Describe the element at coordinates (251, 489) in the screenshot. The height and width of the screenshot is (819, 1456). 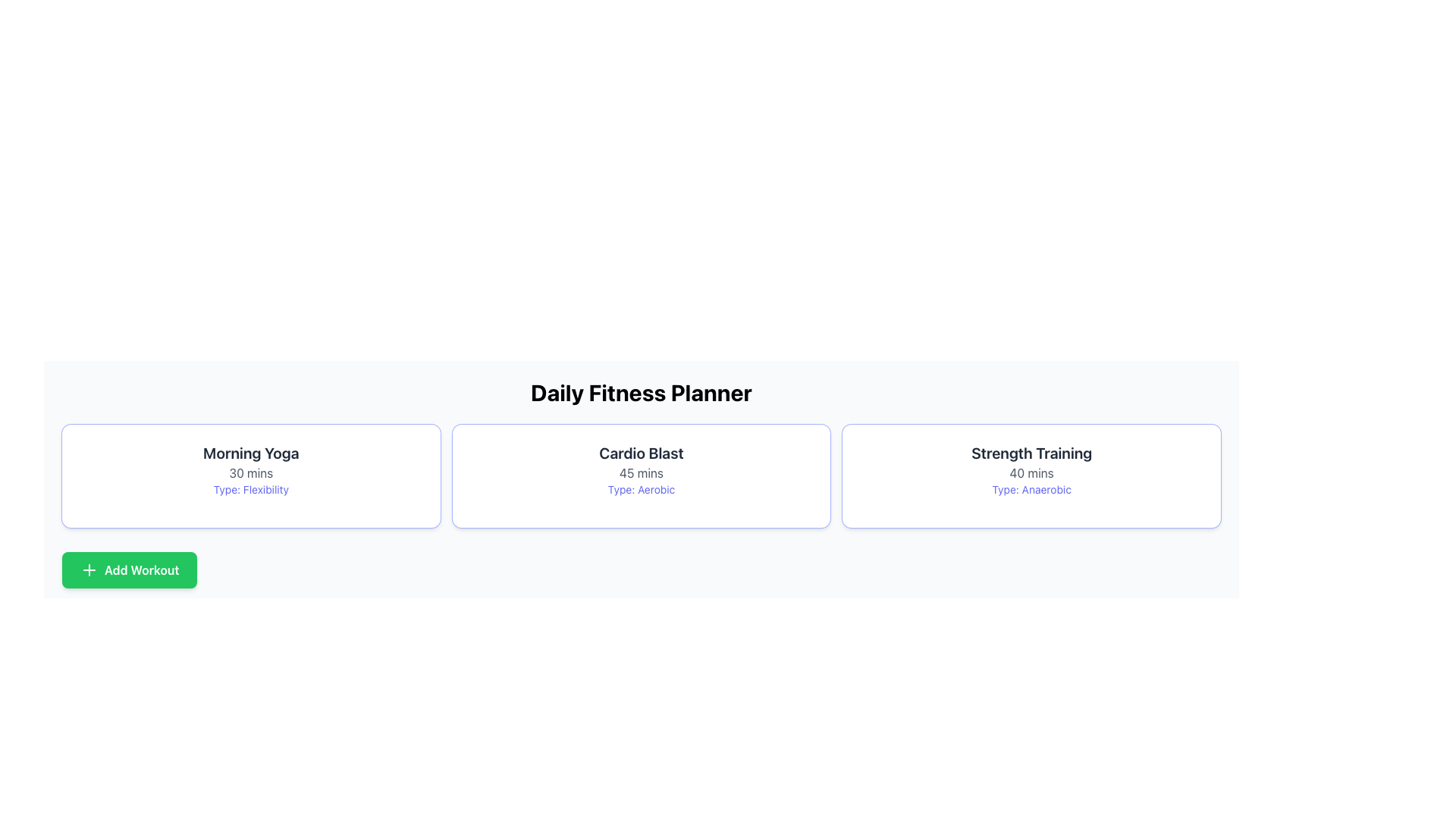
I see `information displayed in the text label that shows 'Type: Flexibility' at the bottom of the 'Morning Yoga' card` at that location.